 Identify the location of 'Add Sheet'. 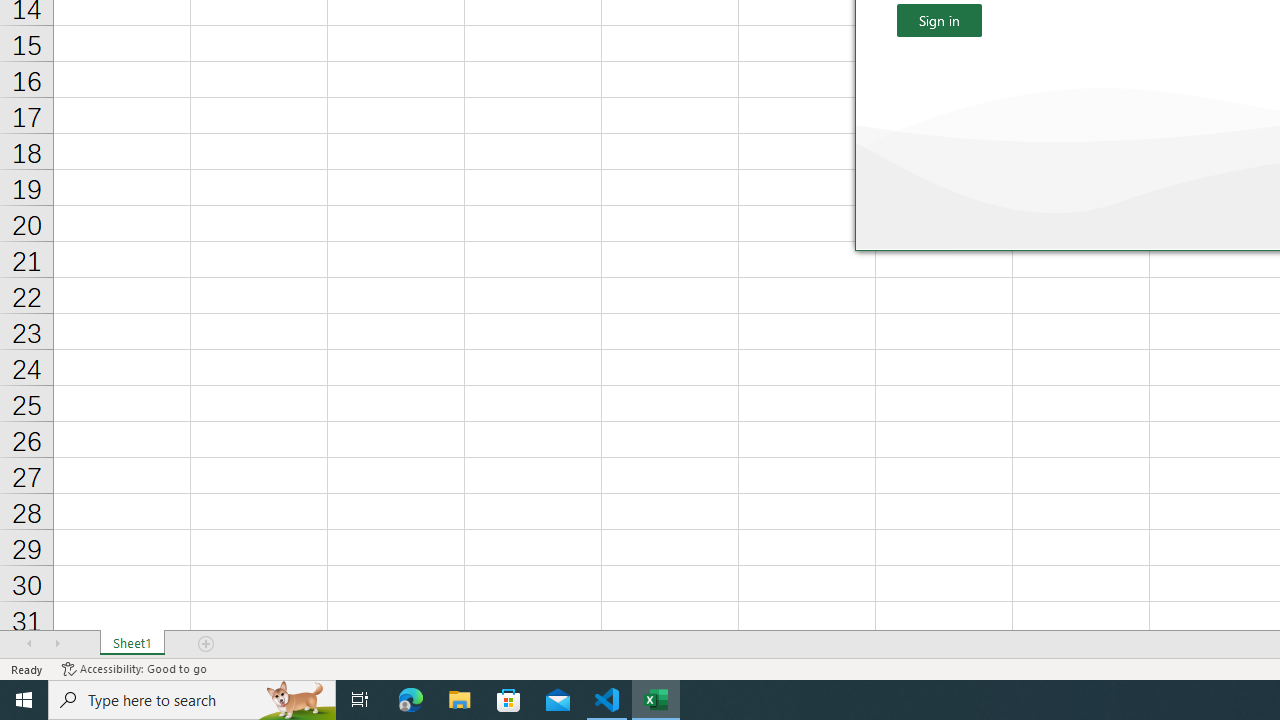
(207, 644).